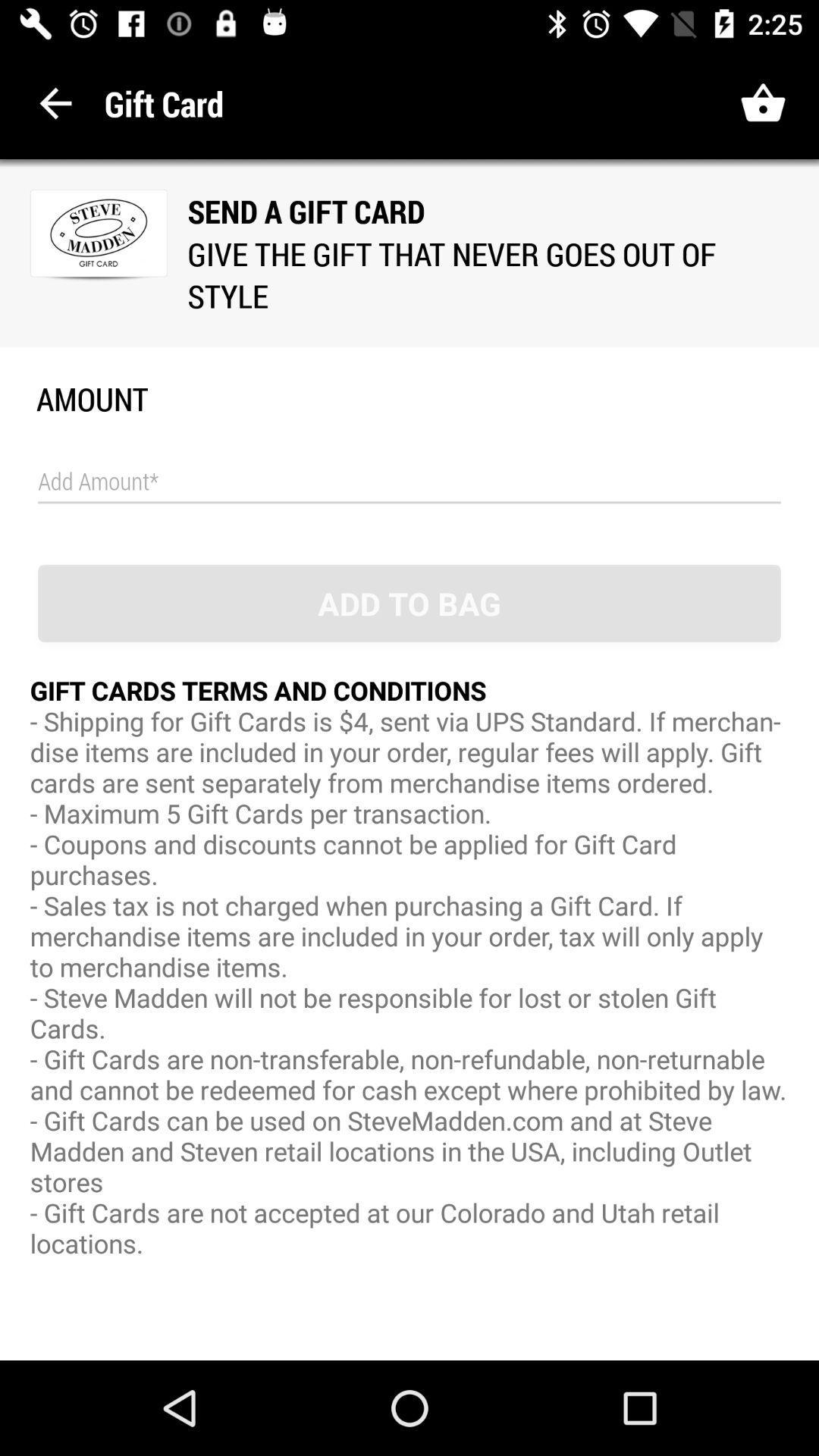 This screenshot has width=819, height=1456. I want to click on the item next to gift card icon, so click(55, 102).